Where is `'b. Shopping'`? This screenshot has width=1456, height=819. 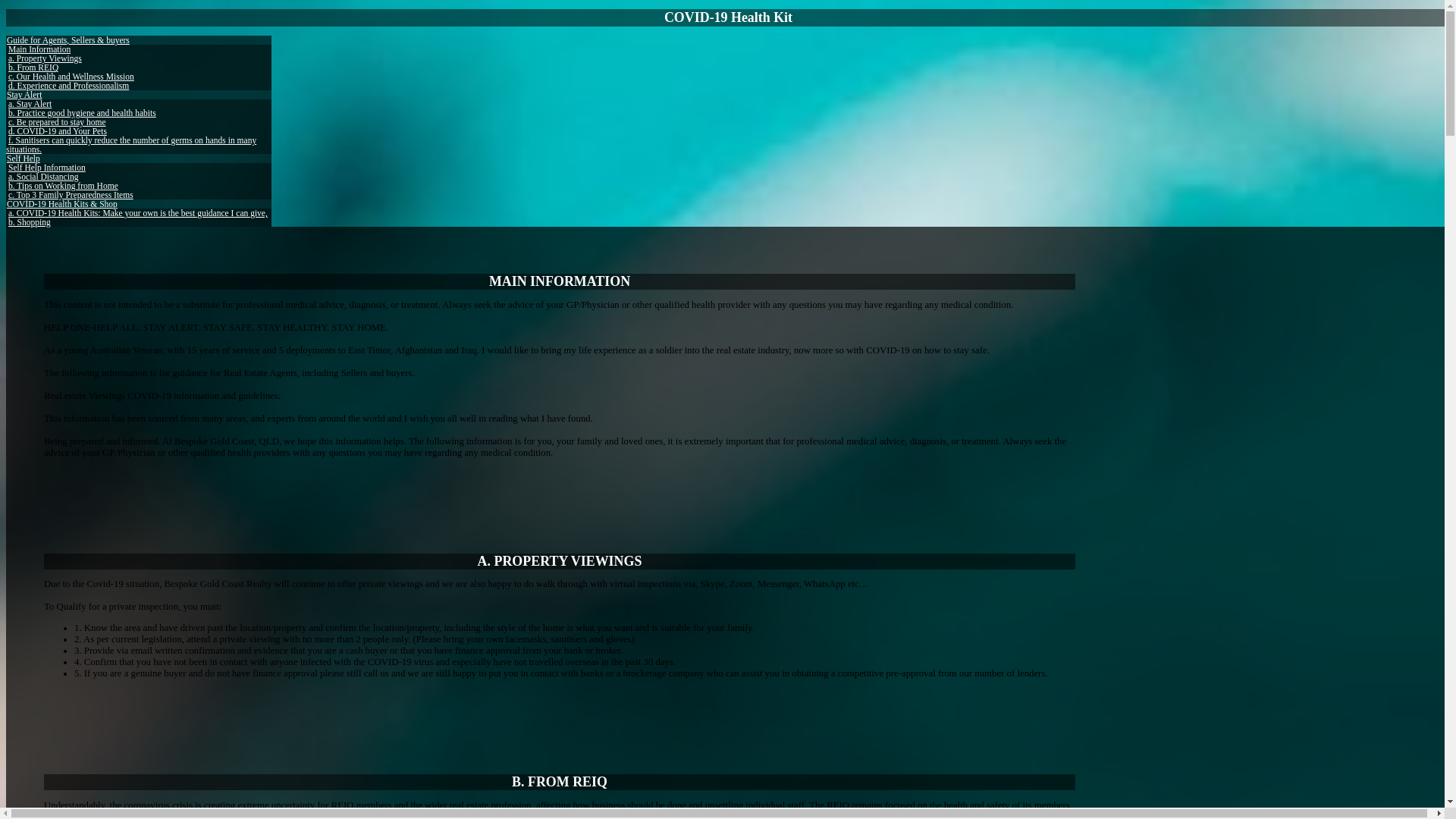 'b. Shopping' is located at coordinates (29, 222).